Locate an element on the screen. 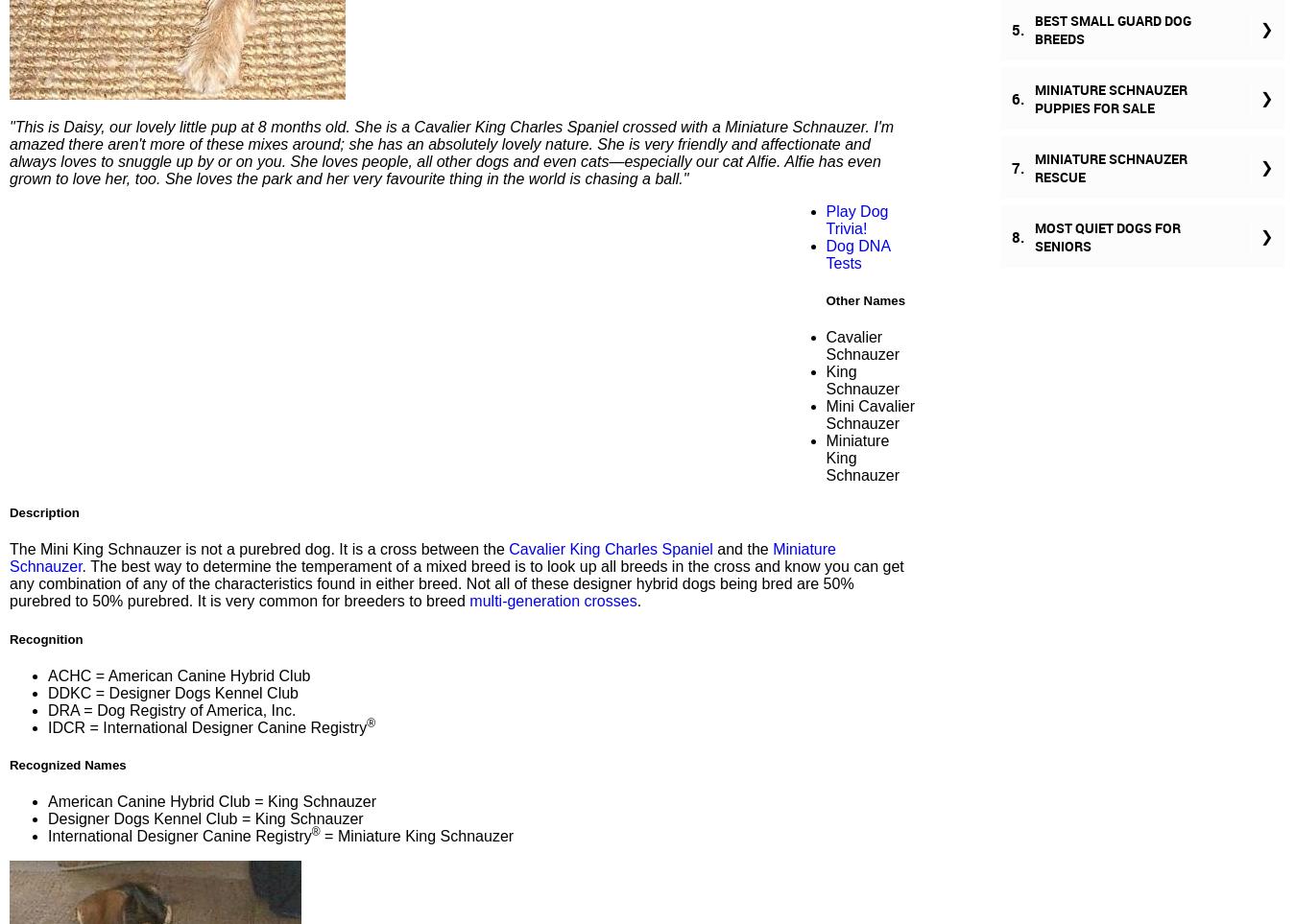  'ACHC = American Canine Hybrid Club' is located at coordinates (179, 674).